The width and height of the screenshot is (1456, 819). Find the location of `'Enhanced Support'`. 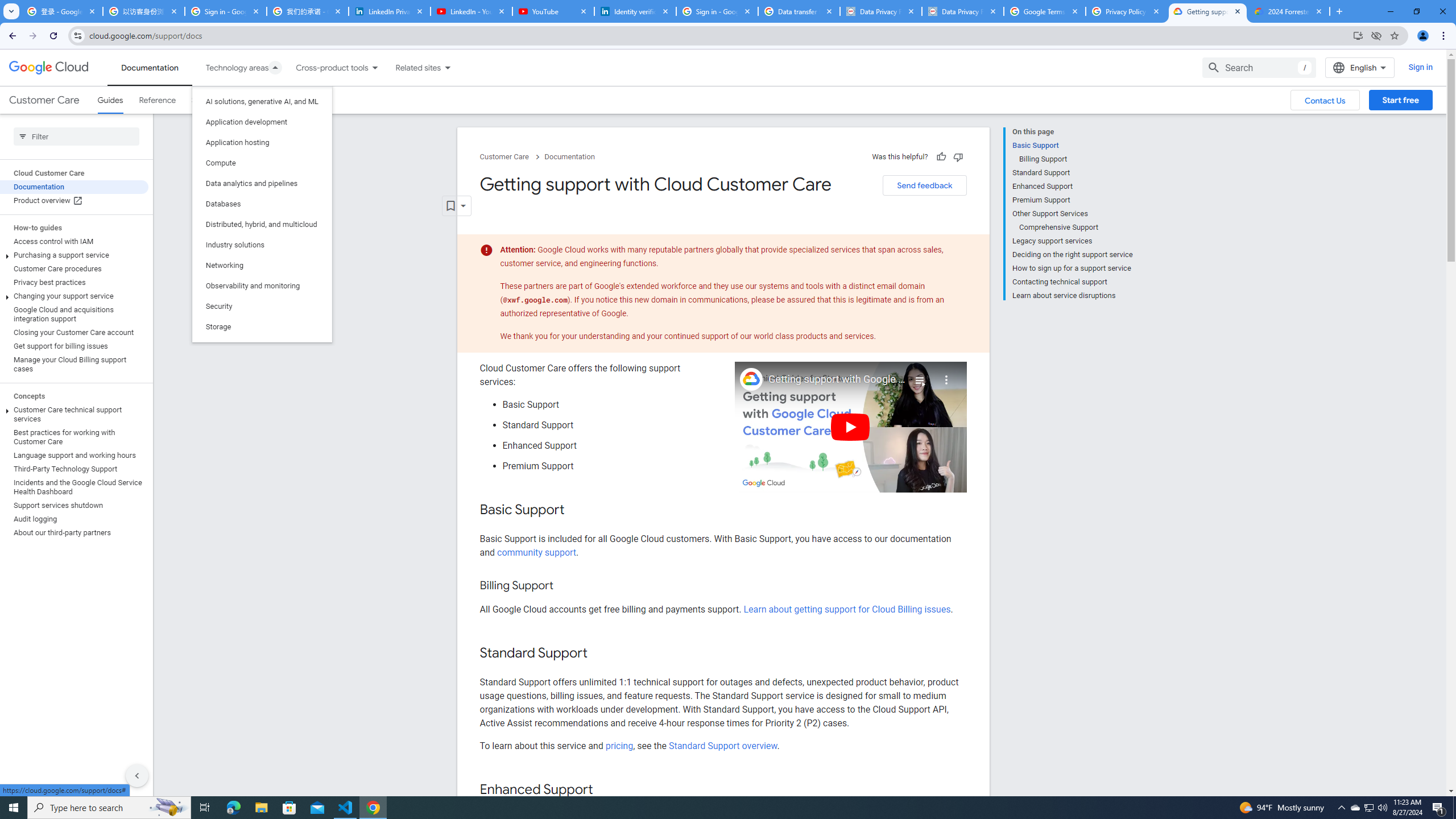

'Enhanced Support' is located at coordinates (1072, 185).